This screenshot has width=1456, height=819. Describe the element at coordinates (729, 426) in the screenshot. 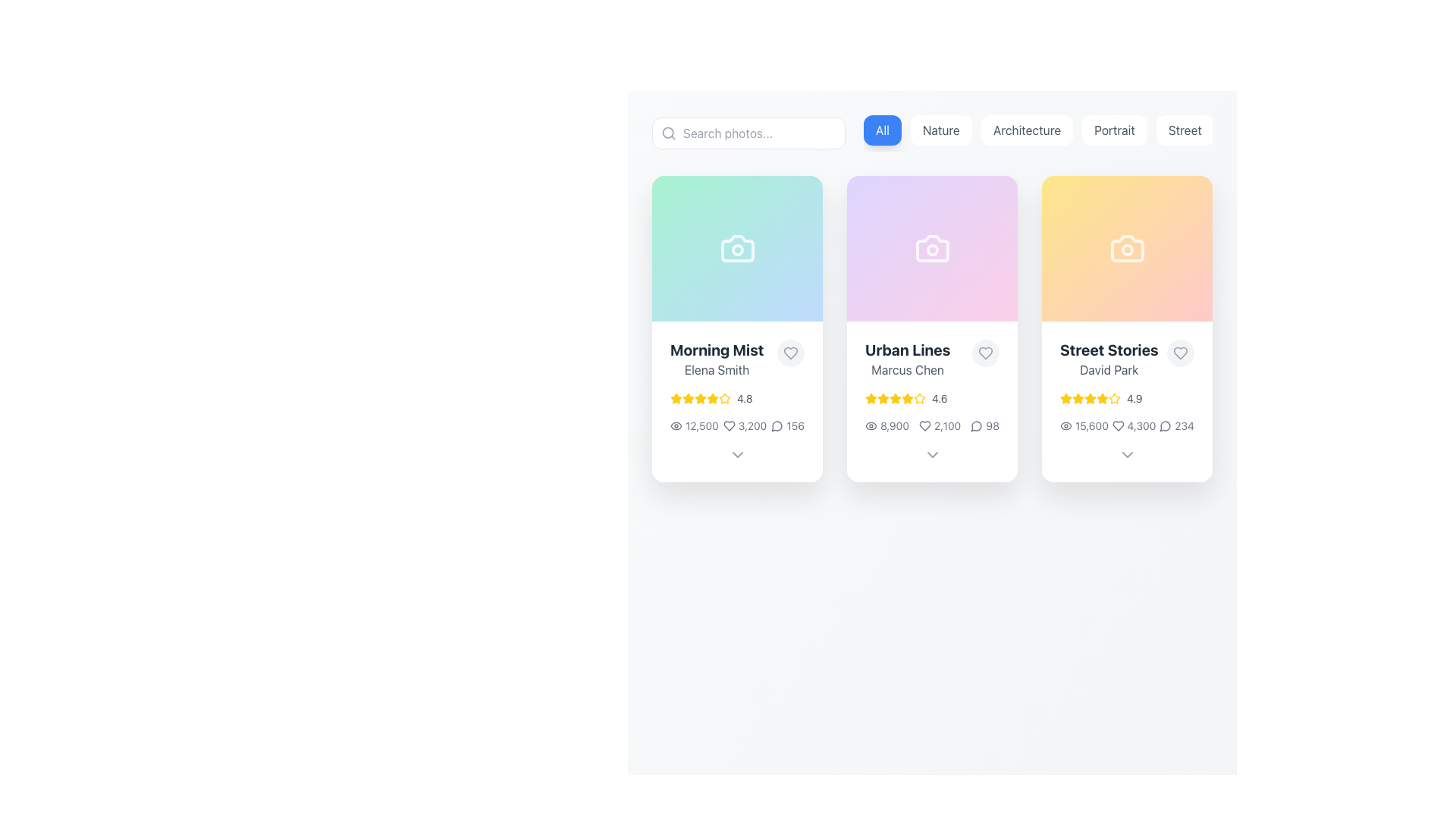

I see `the like icon located to the left of the numerical label '3,200' in the bottom section of the 'Morning Mist' card` at that location.